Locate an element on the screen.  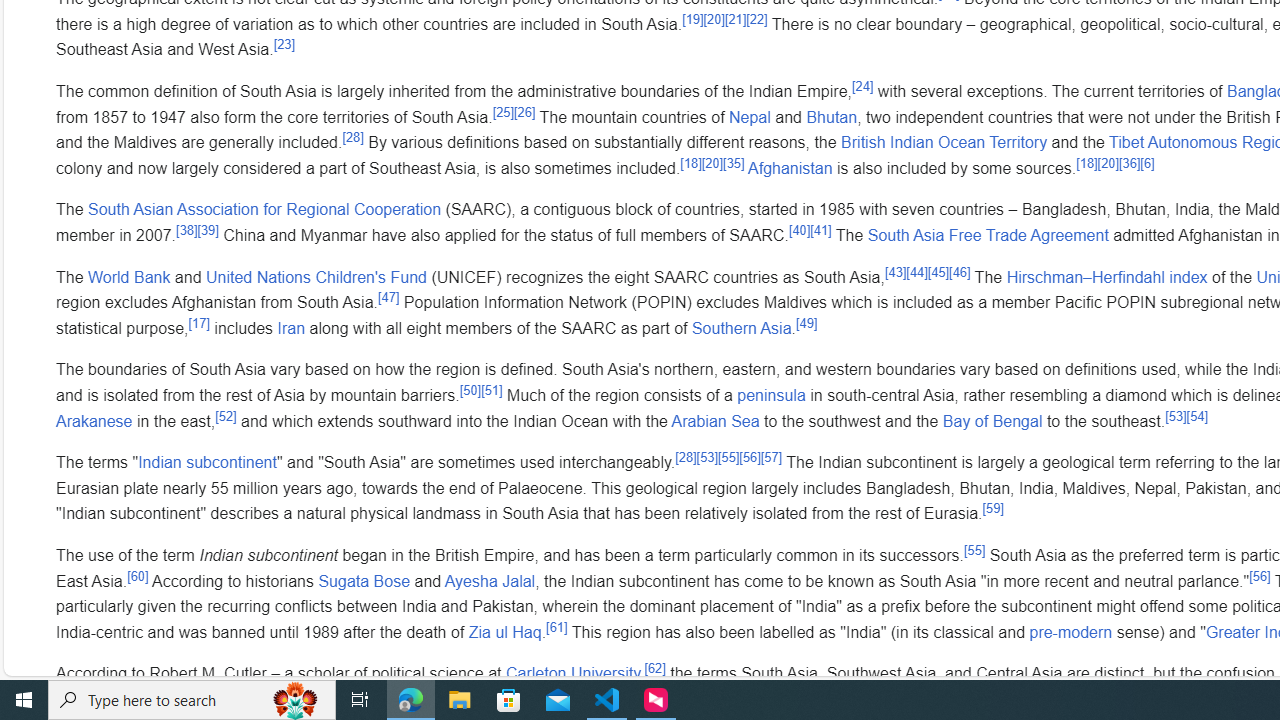
'Bay of Bengal' is located at coordinates (992, 419).